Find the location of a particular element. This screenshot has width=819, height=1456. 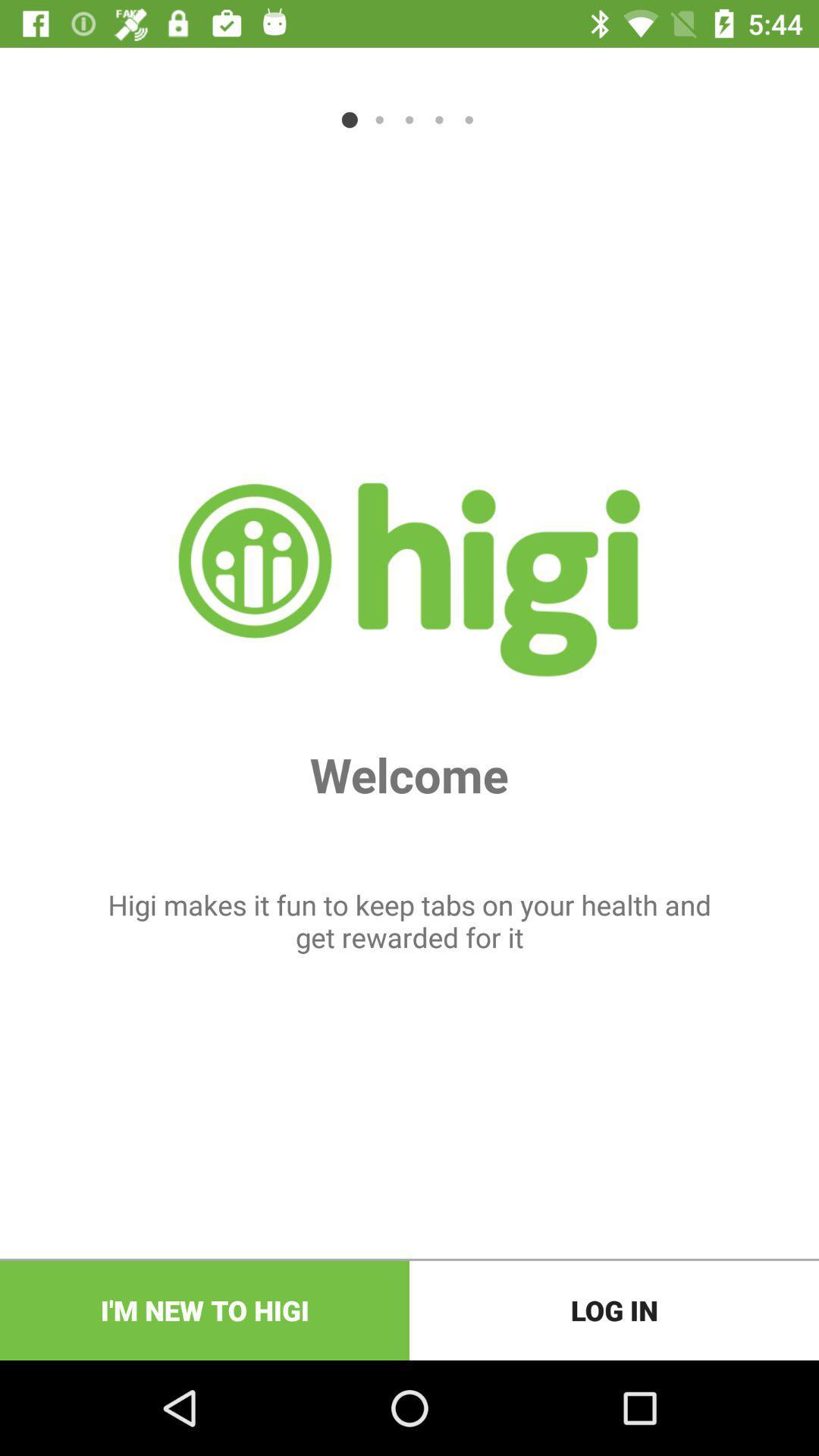

i m new item is located at coordinates (205, 1310).